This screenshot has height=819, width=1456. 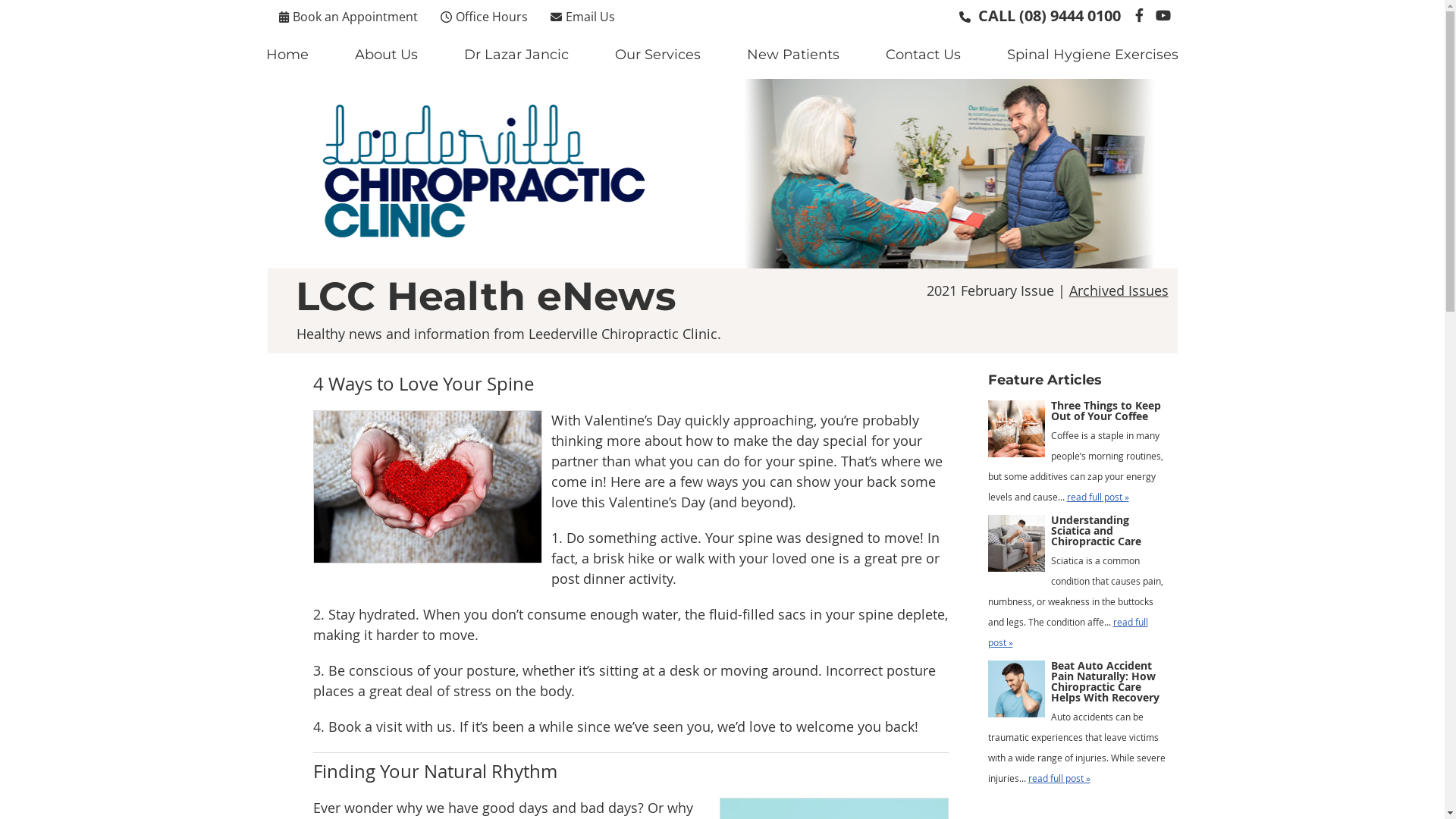 What do you see at coordinates (1092, 54) in the screenshot?
I see `'Spinal Hygiene Exercises'` at bounding box center [1092, 54].